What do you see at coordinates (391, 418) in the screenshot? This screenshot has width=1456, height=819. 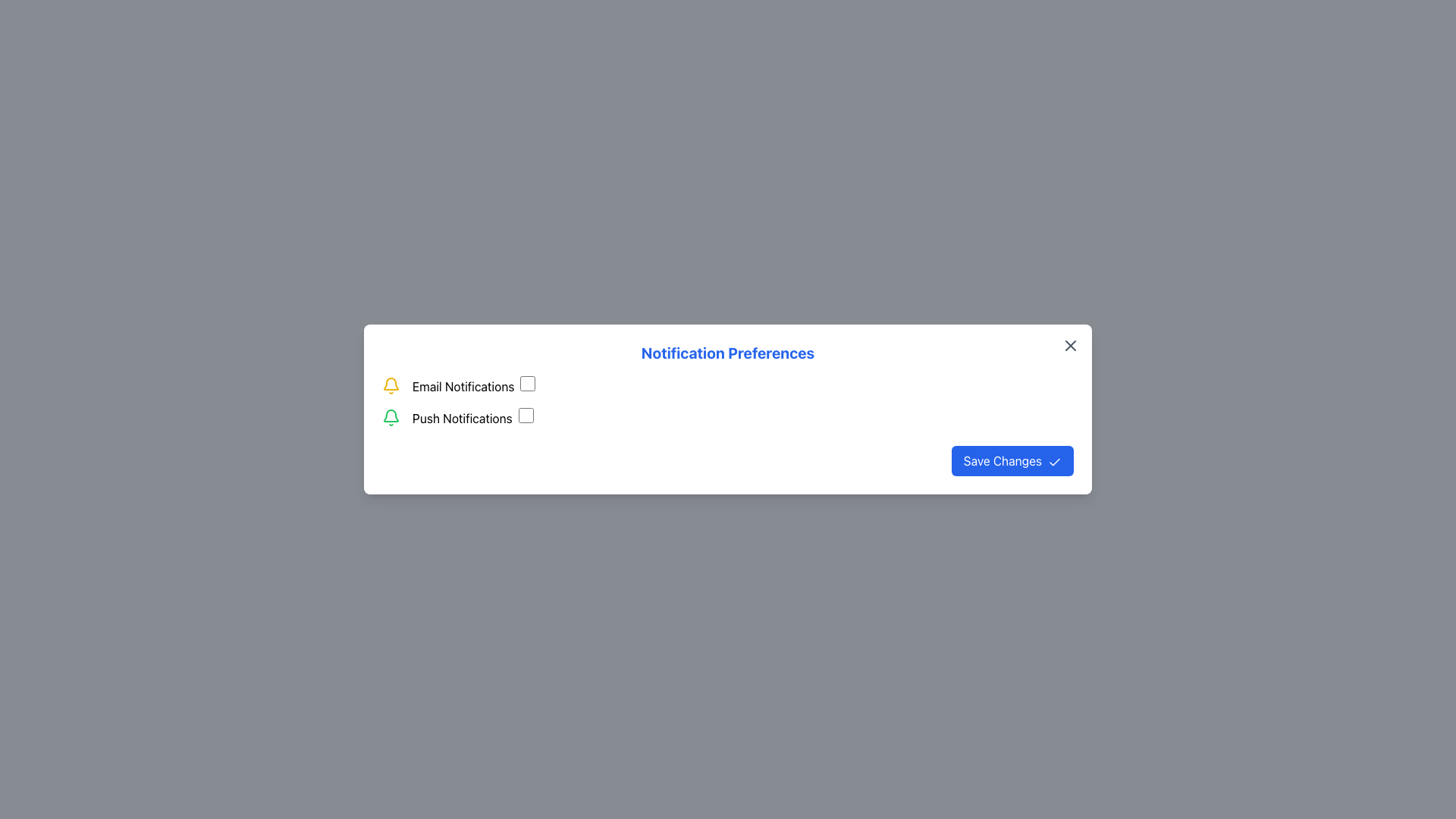 I see `the bell-shaped icon with a green outline located to the left of the checkbox in the 'Push Notifications' row` at bounding box center [391, 418].